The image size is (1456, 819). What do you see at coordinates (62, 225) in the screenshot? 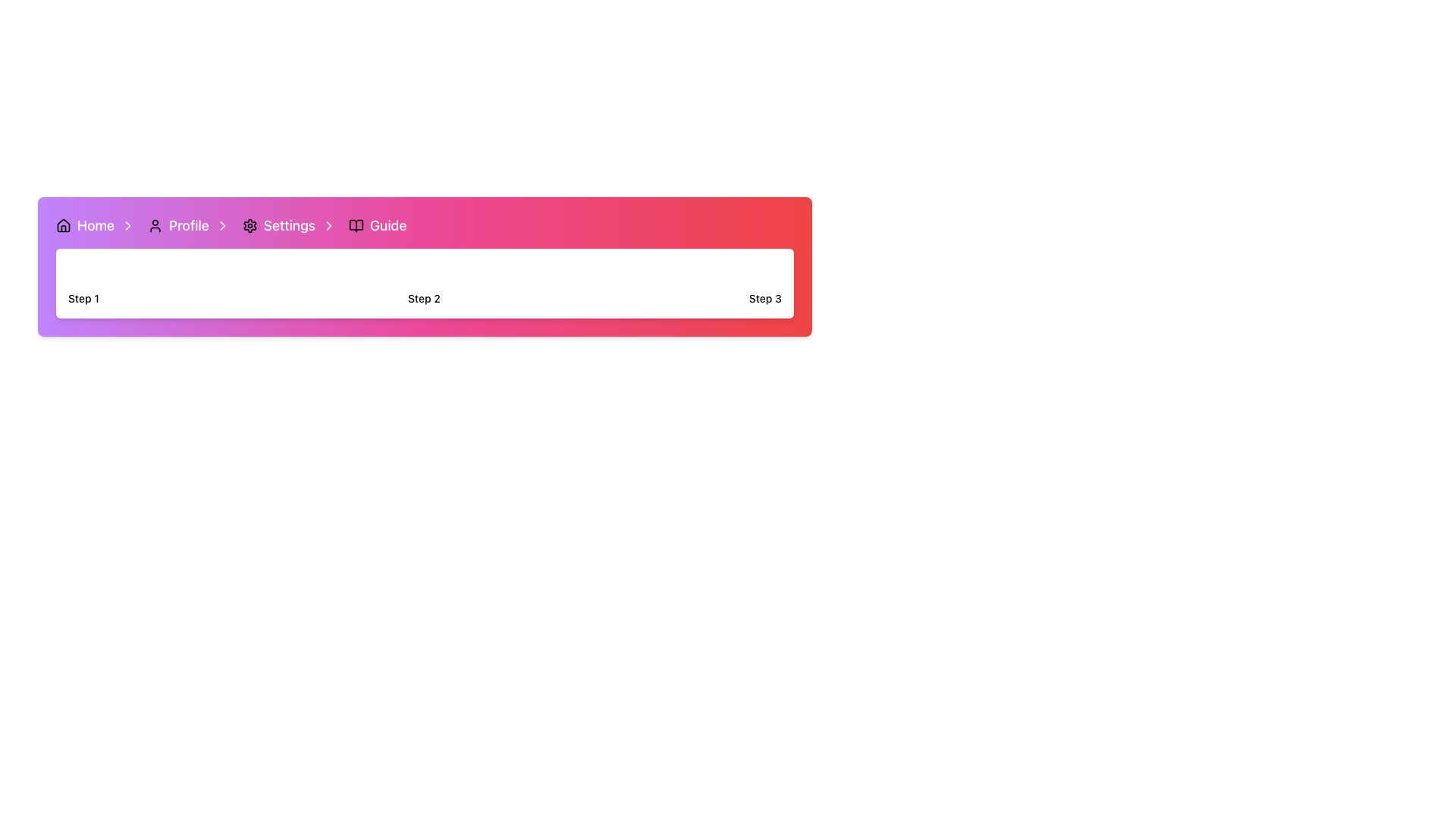
I see `the navigation icon located at the top left corner of the user interface` at bounding box center [62, 225].